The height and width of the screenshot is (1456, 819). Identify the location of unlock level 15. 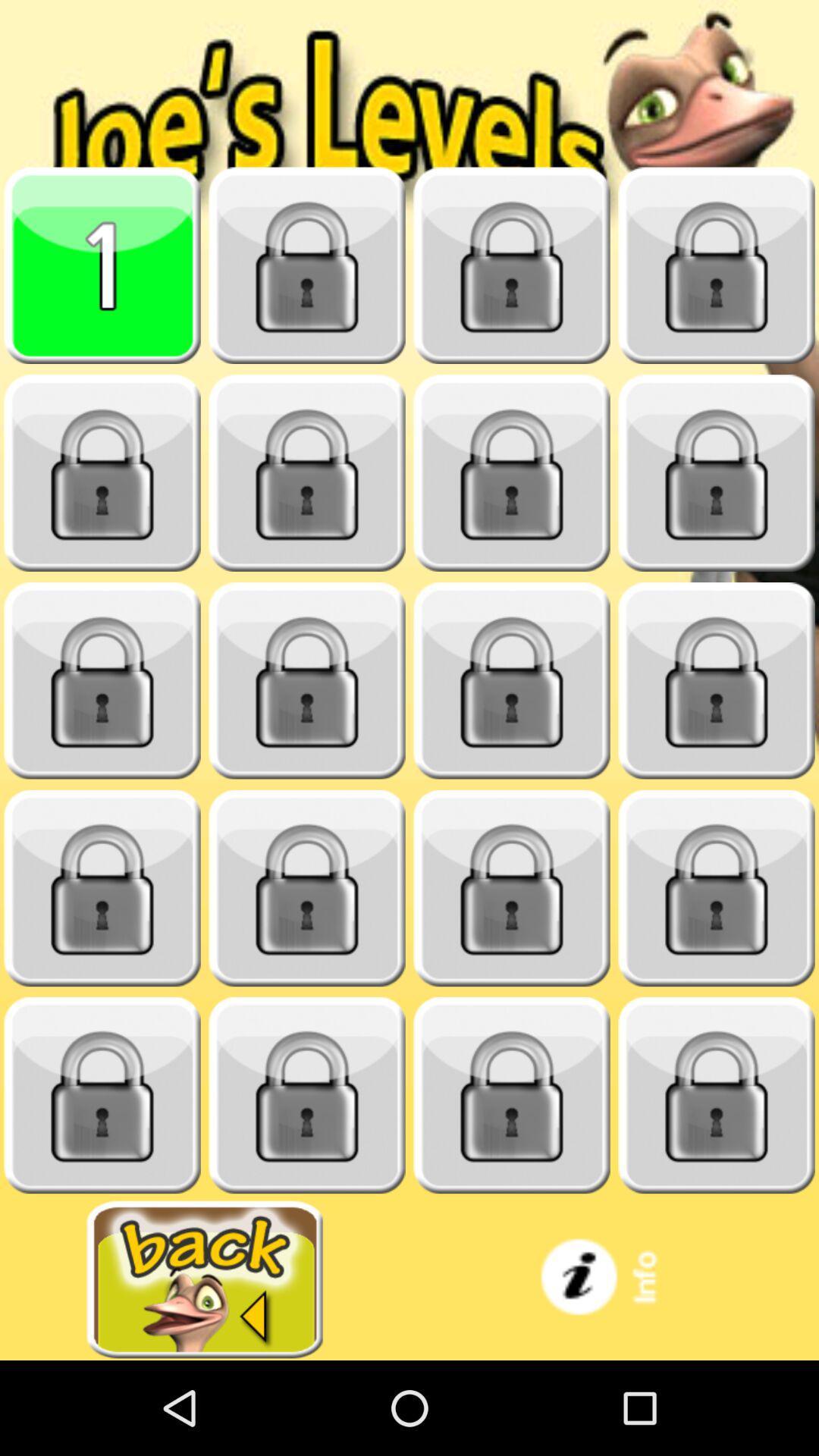
(512, 888).